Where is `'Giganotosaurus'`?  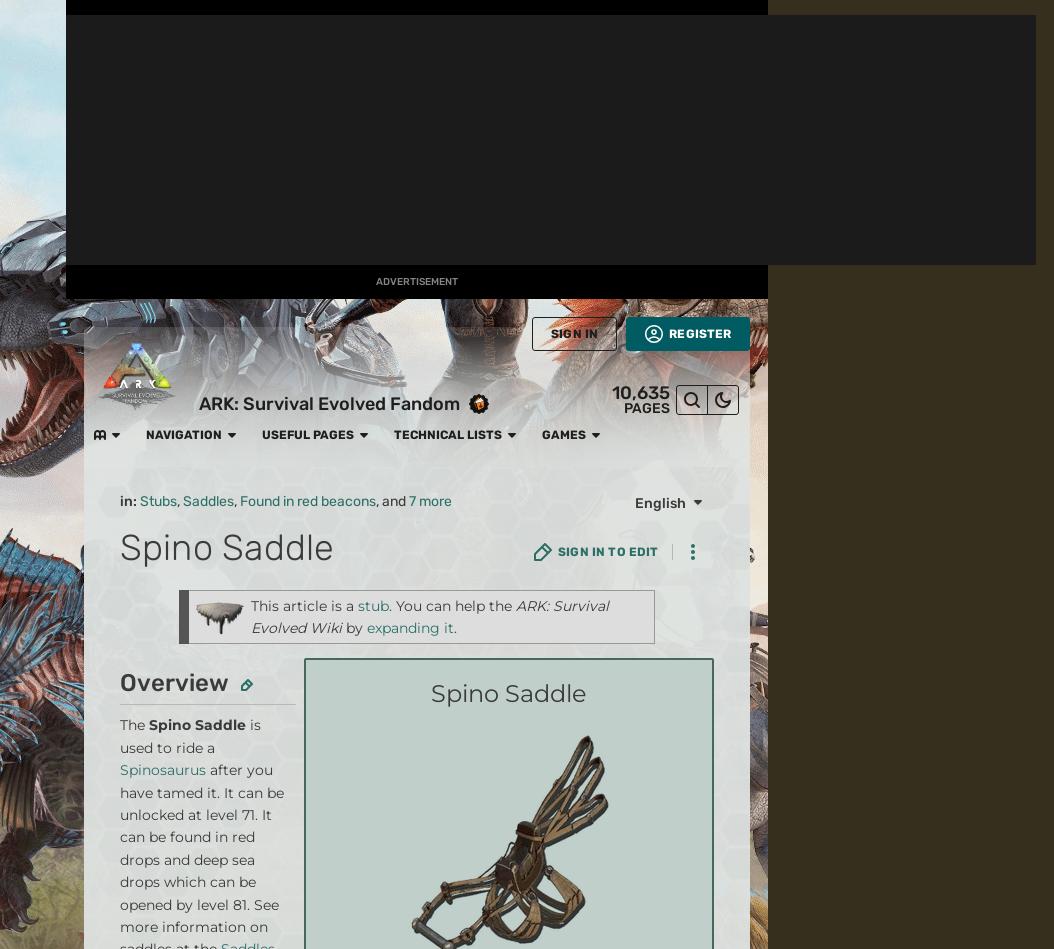
'Giganotosaurus' is located at coordinates (493, 266).